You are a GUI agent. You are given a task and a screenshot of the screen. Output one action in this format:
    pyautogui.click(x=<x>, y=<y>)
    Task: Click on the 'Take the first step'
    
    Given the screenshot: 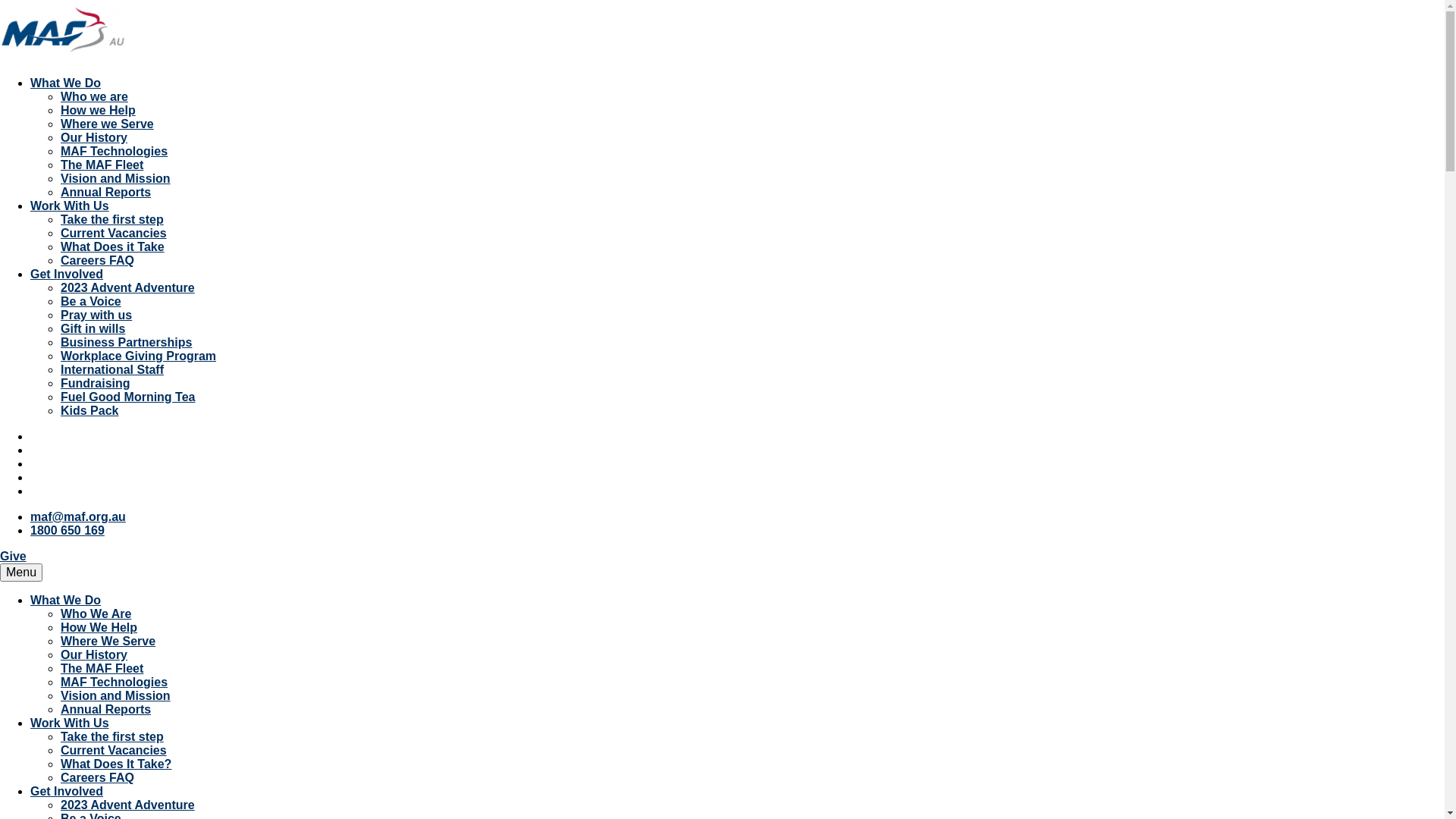 What is the action you would take?
    pyautogui.click(x=111, y=736)
    